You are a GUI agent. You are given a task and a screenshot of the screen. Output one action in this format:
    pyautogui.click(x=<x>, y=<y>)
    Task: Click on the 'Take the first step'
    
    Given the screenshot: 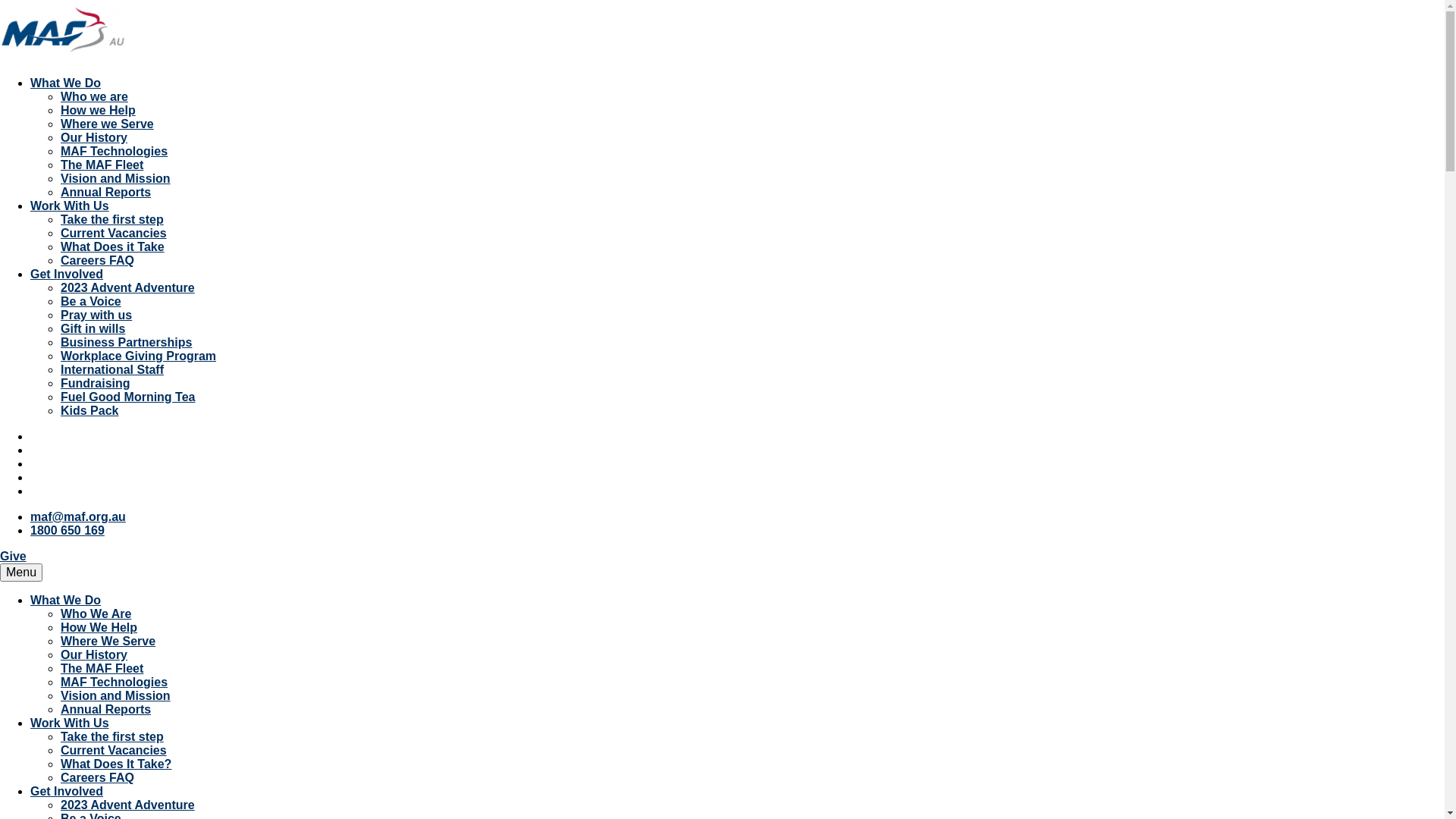 What is the action you would take?
    pyautogui.click(x=111, y=736)
    